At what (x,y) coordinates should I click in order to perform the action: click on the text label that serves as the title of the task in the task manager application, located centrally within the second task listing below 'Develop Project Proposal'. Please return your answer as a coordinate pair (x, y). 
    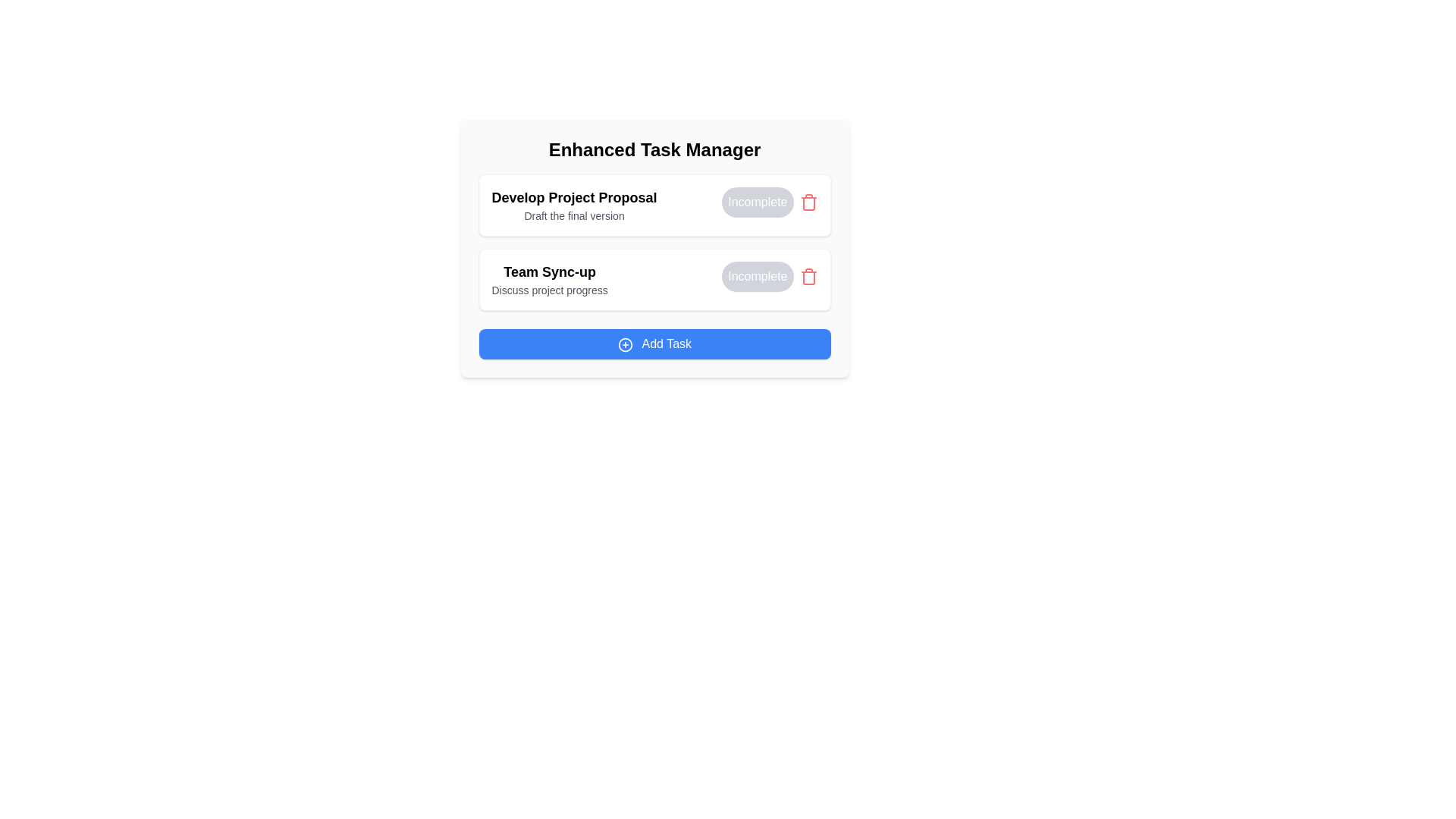
    Looking at the image, I should click on (549, 271).